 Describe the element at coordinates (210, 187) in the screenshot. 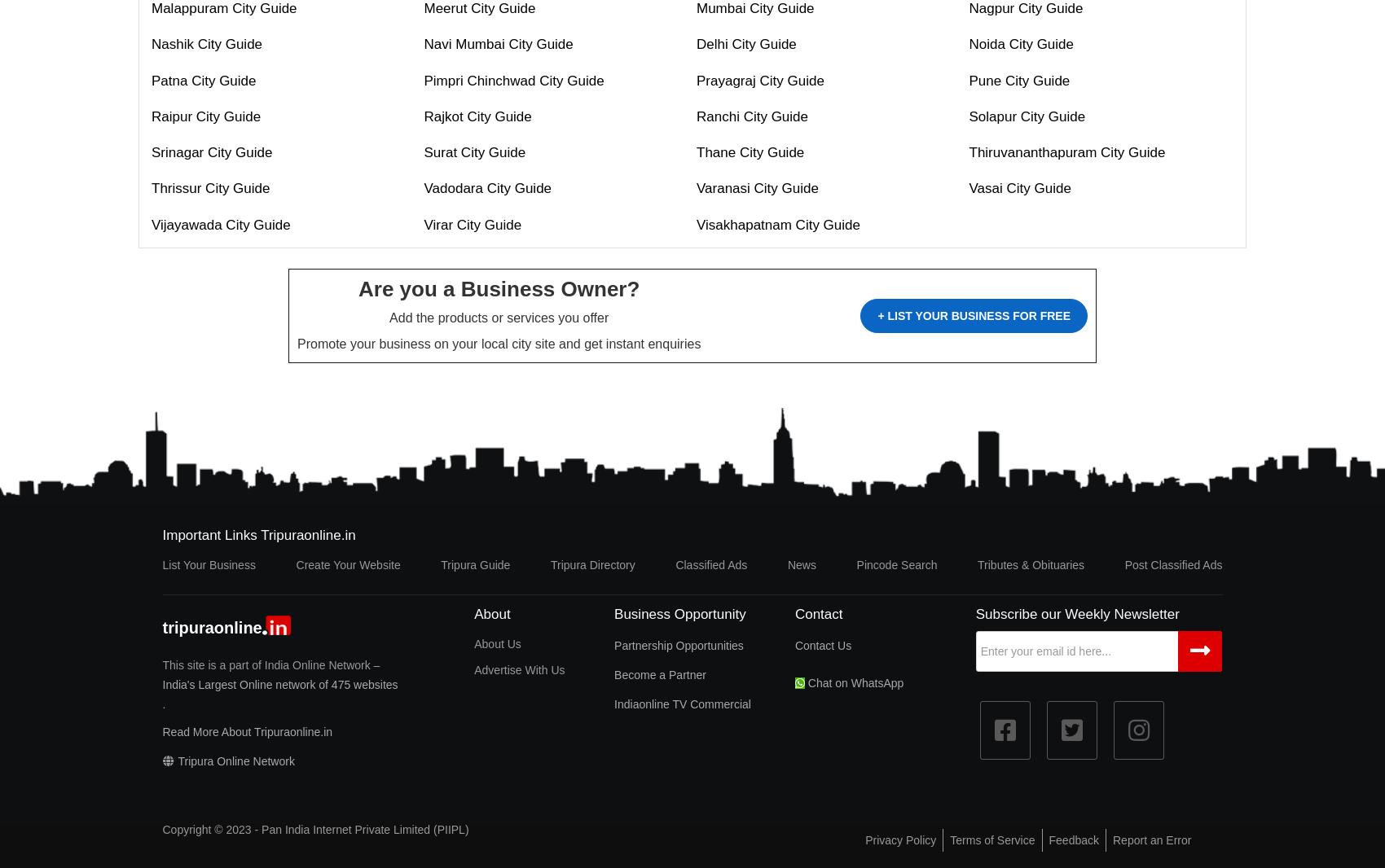

I see `'Thrissur City Guide'` at that location.